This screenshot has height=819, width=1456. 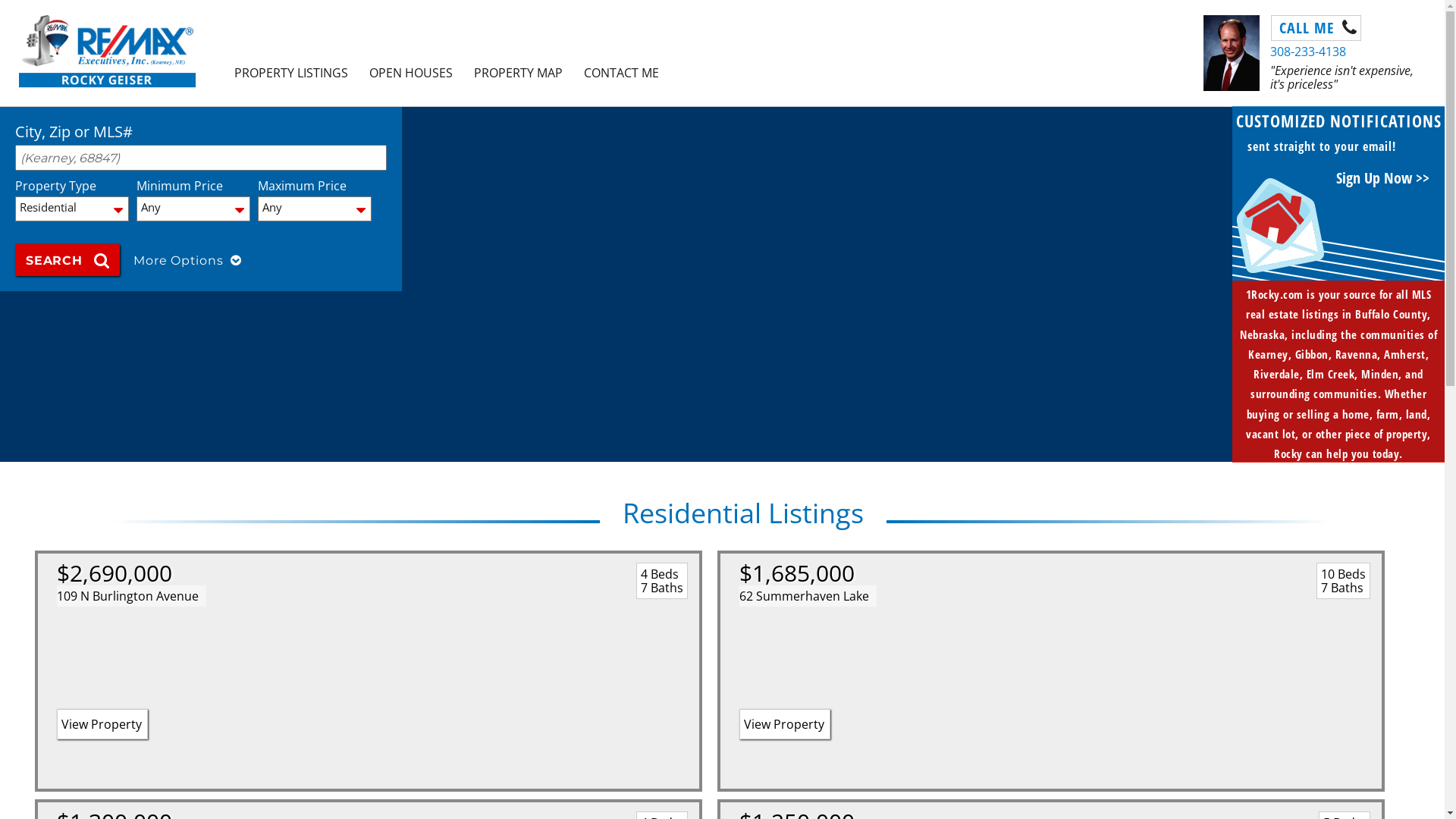 What do you see at coordinates (572, 73) in the screenshot?
I see `'CONTACT ME'` at bounding box center [572, 73].